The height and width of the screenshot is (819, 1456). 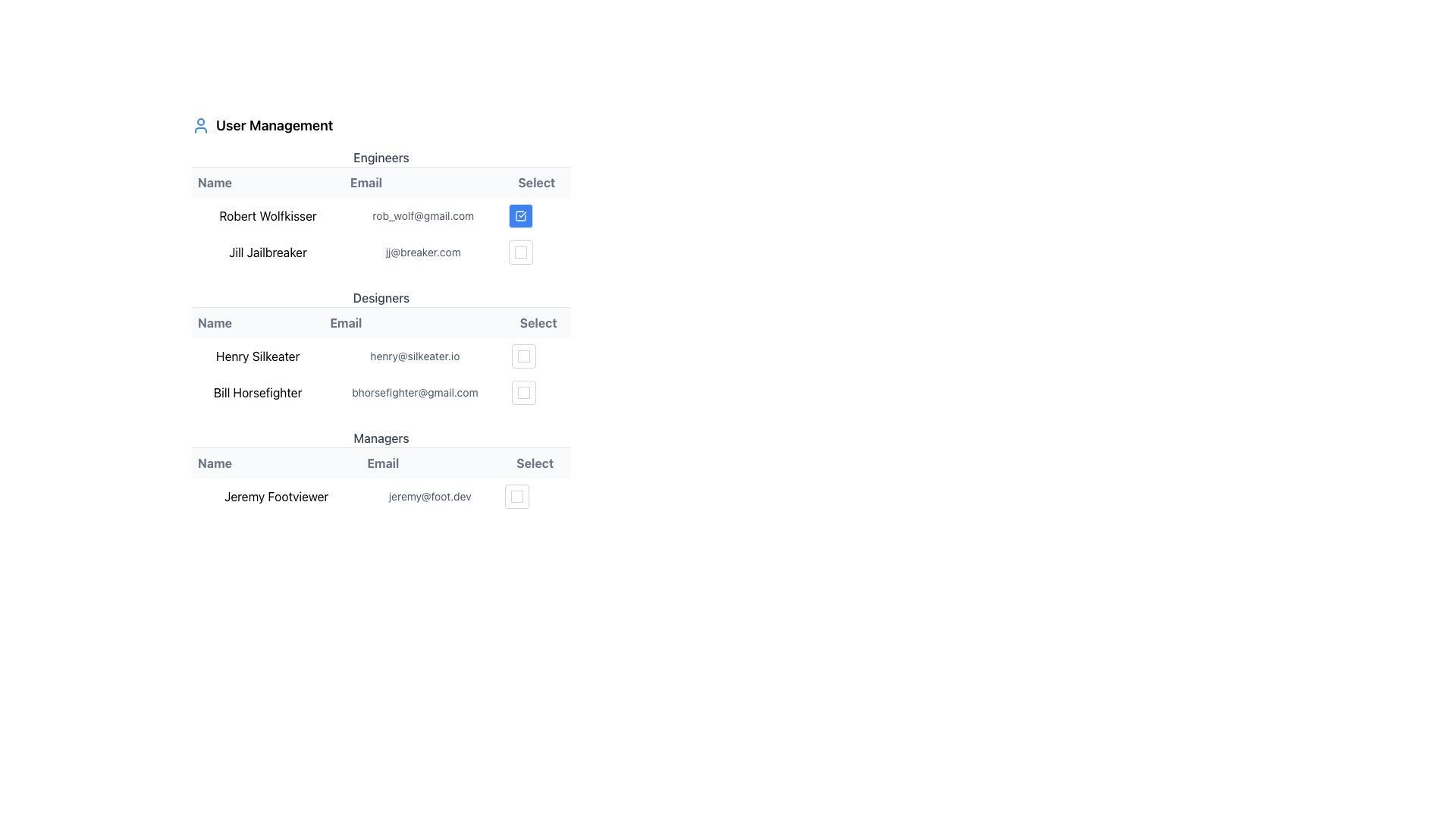 I want to click on the selection checkbox for Robert Wolfkisser in the Engineers section of the User Management page, so click(x=381, y=234).